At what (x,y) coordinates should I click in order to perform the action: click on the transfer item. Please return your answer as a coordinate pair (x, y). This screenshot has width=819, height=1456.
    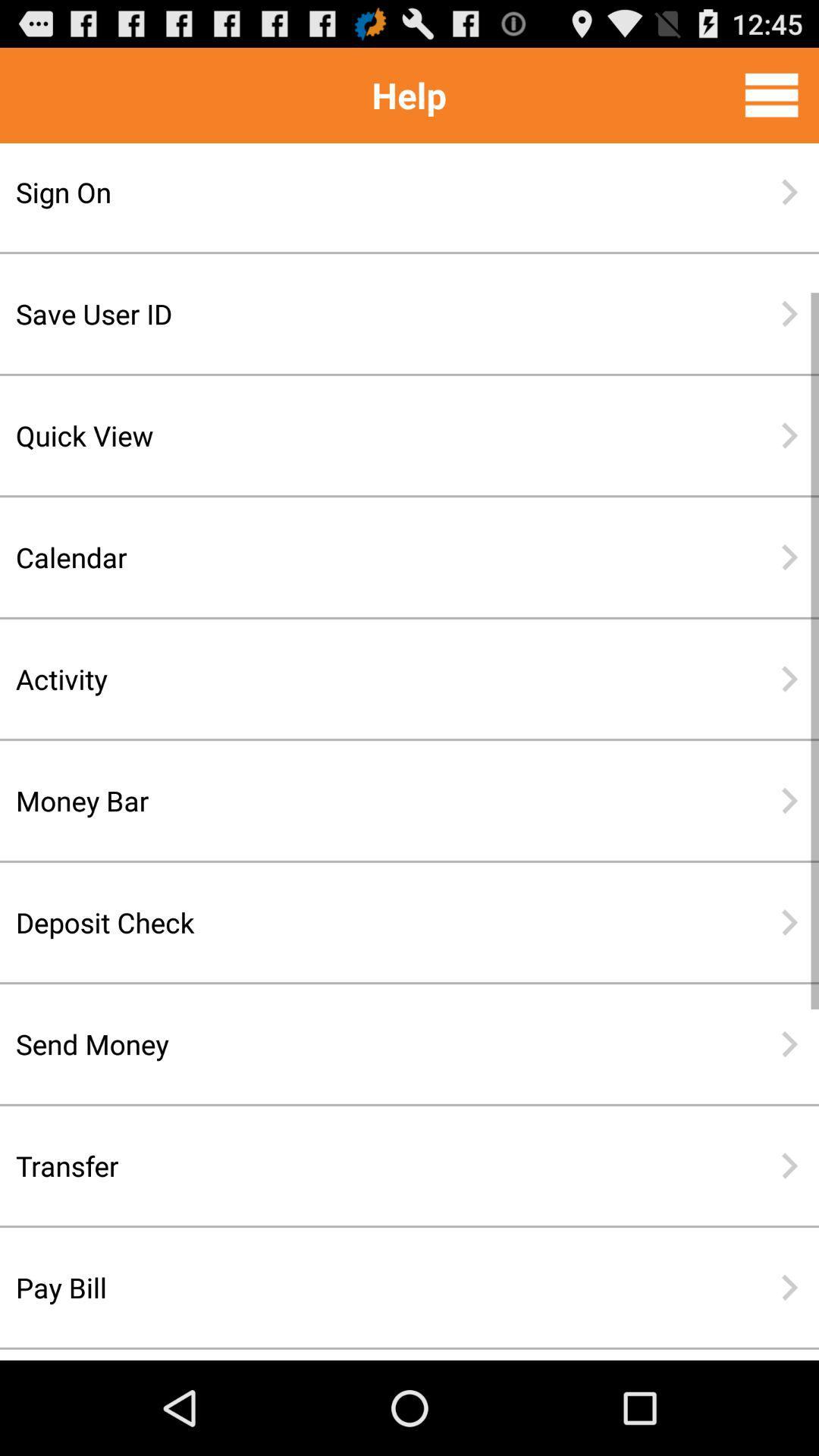
    Looking at the image, I should click on (360, 1165).